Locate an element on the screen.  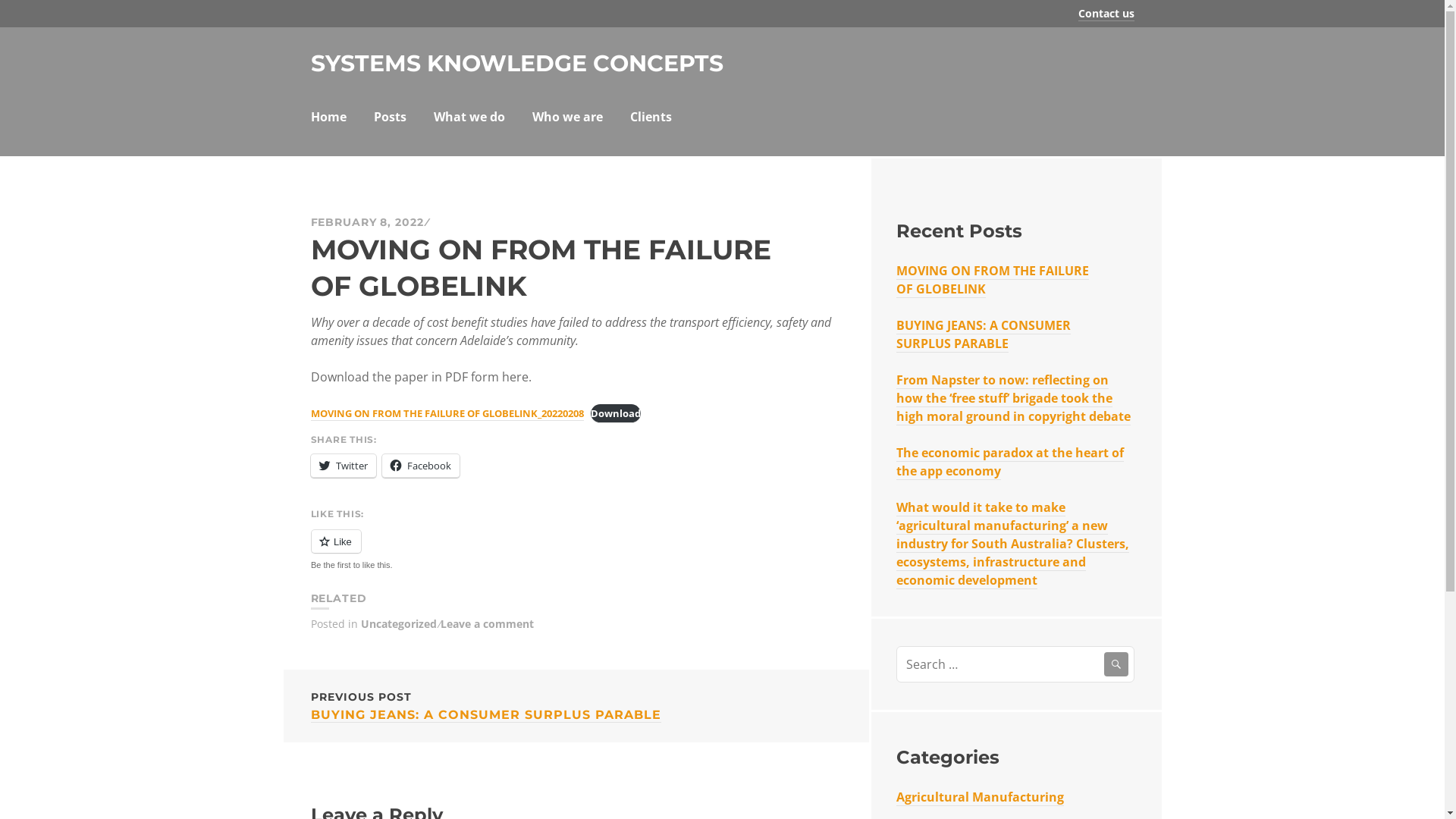
'What we do' is located at coordinates (469, 118).